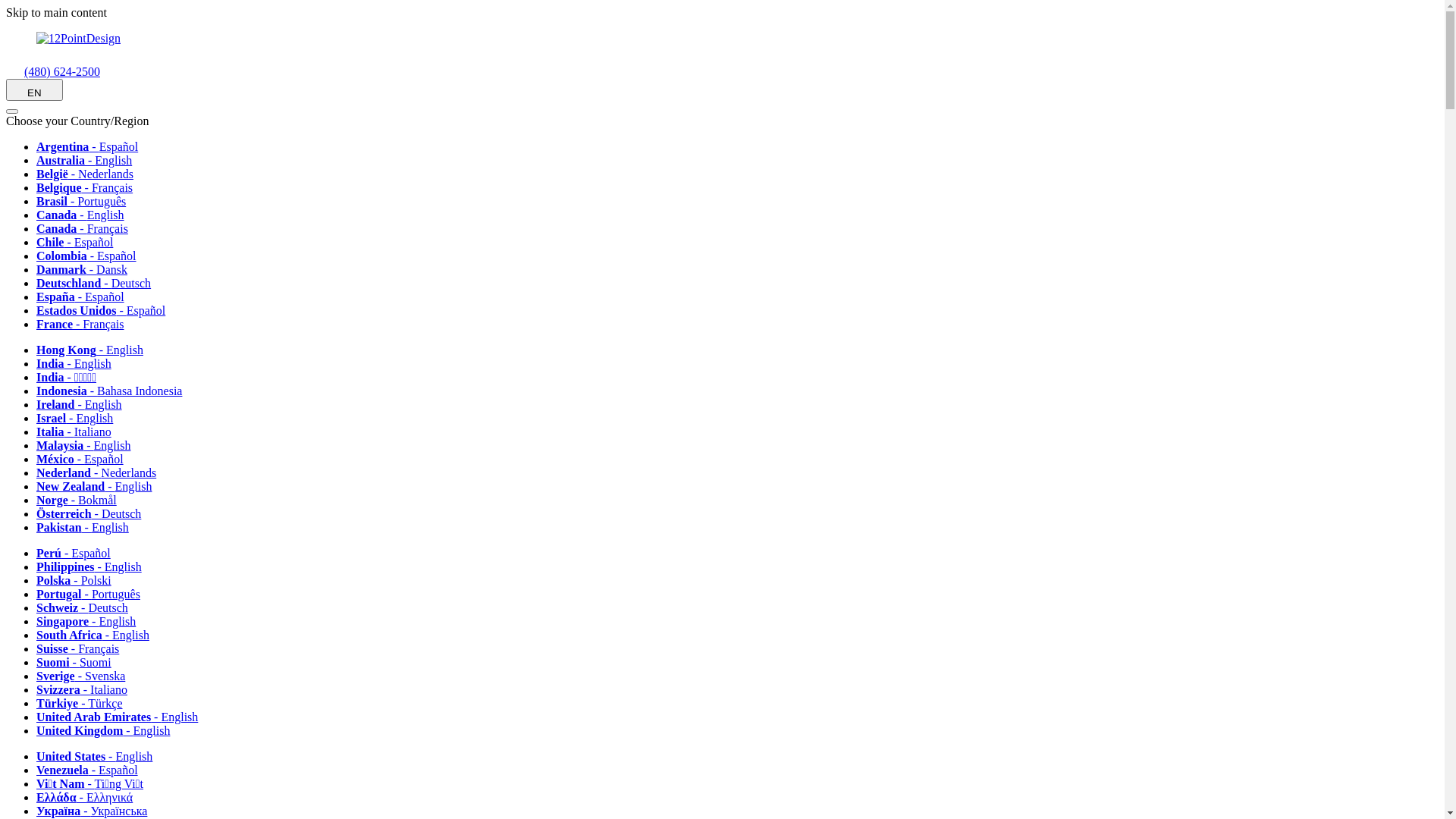 The width and height of the screenshot is (1456, 819). Describe the element at coordinates (36, 675) in the screenshot. I see `'Sverige - Svenska'` at that location.